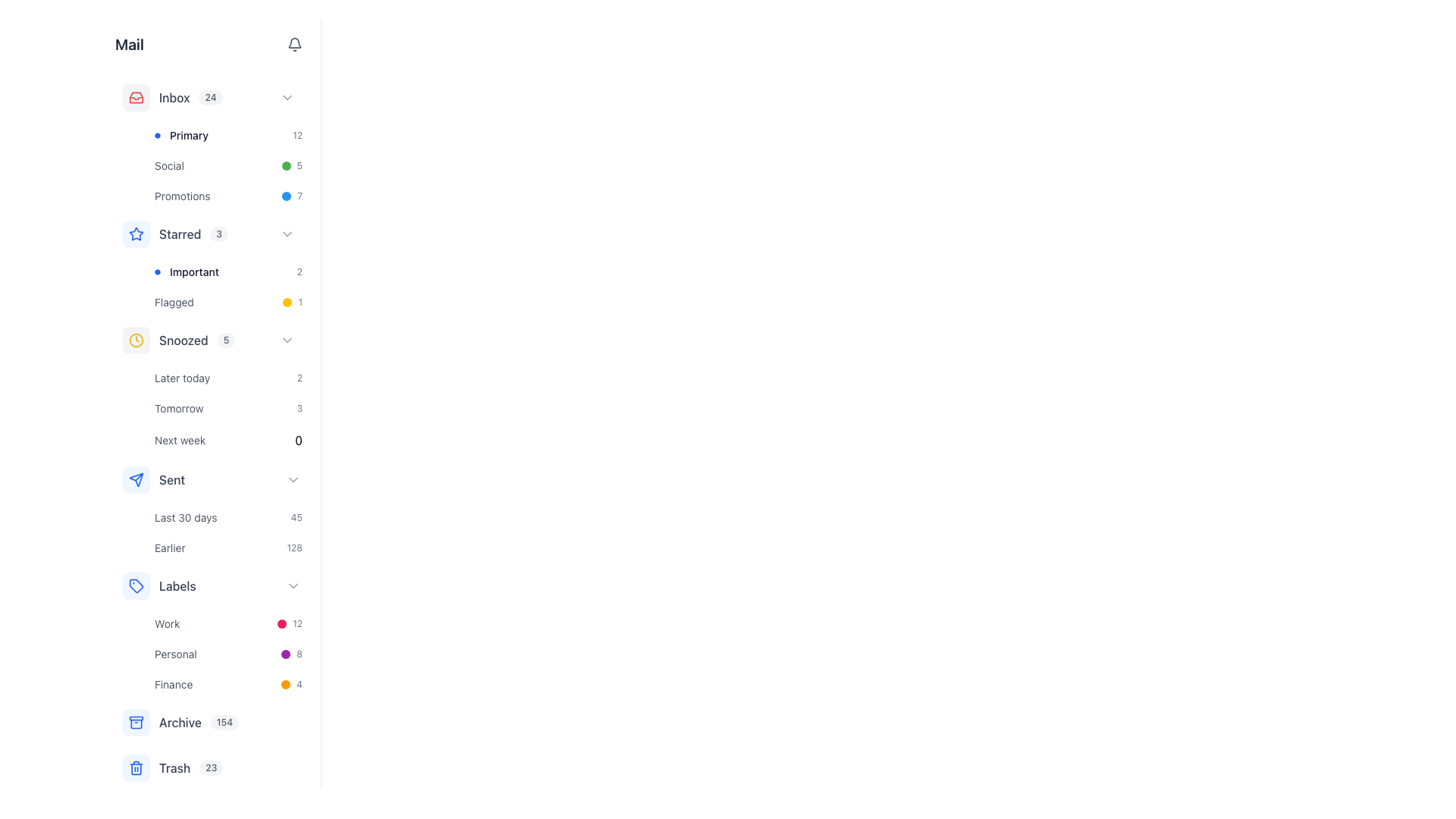  I want to click on the gray chevron icon on the right side of the 'Starred' menu item, so click(211, 234).